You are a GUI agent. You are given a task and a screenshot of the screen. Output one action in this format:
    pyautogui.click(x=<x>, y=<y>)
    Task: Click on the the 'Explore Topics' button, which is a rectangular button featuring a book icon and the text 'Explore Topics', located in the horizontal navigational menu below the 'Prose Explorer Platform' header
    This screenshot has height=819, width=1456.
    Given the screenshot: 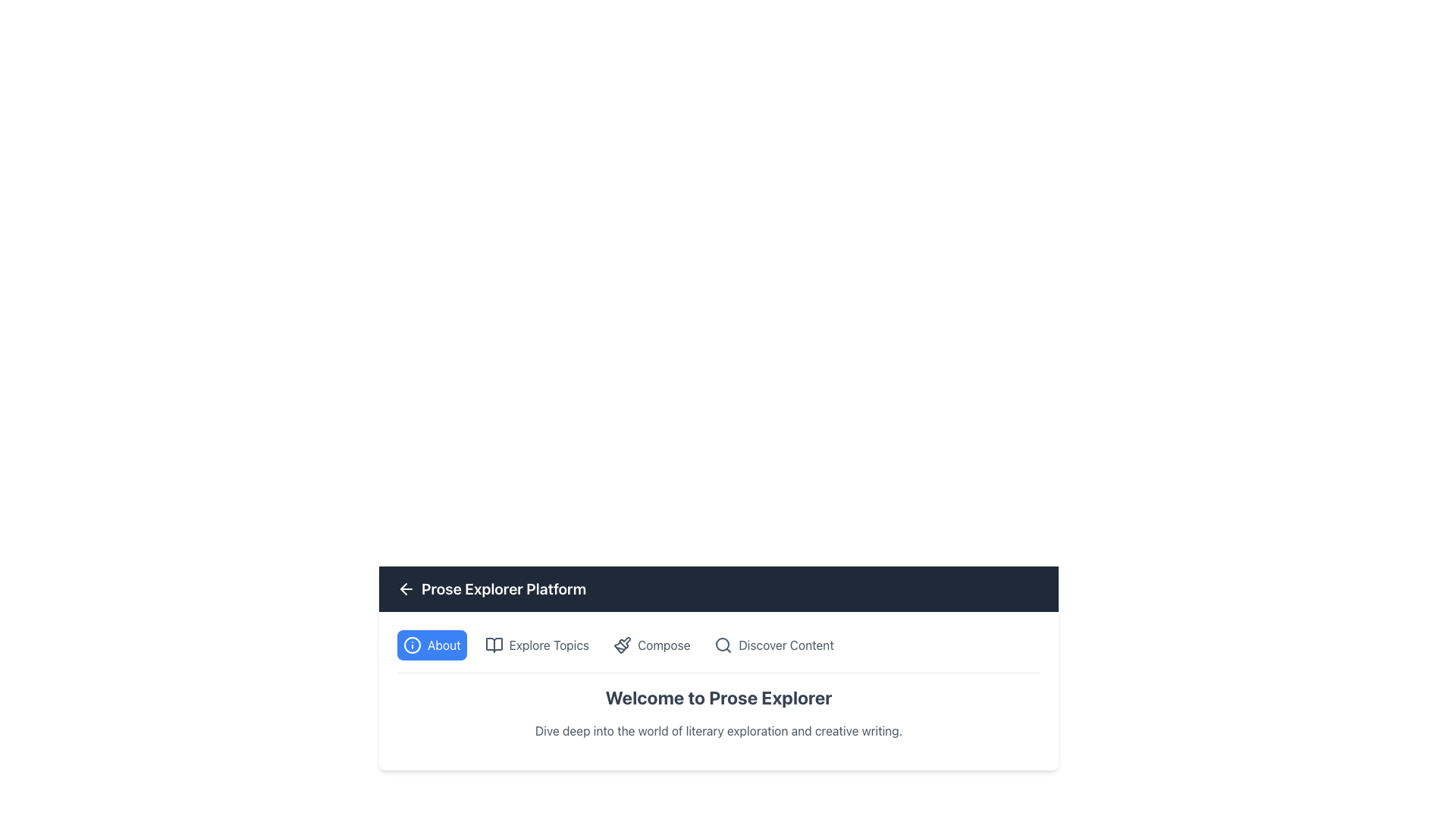 What is the action you would take?
    pyautogui.click(x=537, y=645)
    